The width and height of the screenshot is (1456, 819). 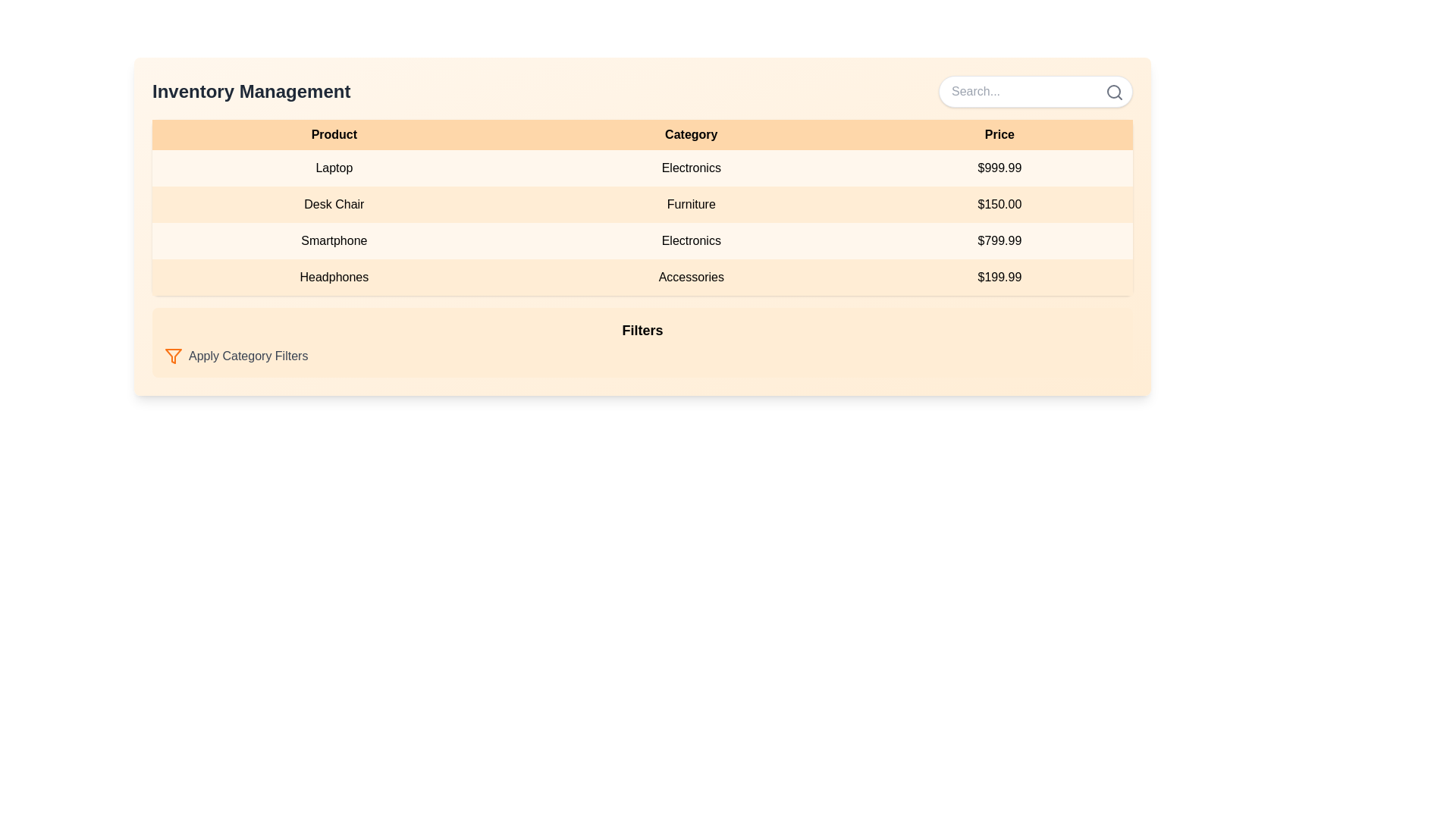 What do you see at coordinates (333, 168) in the screenshot?
I see `the static label in the first column under the 'Product' header of the table, which represents the name of a product` at bounding box center [333, 168].